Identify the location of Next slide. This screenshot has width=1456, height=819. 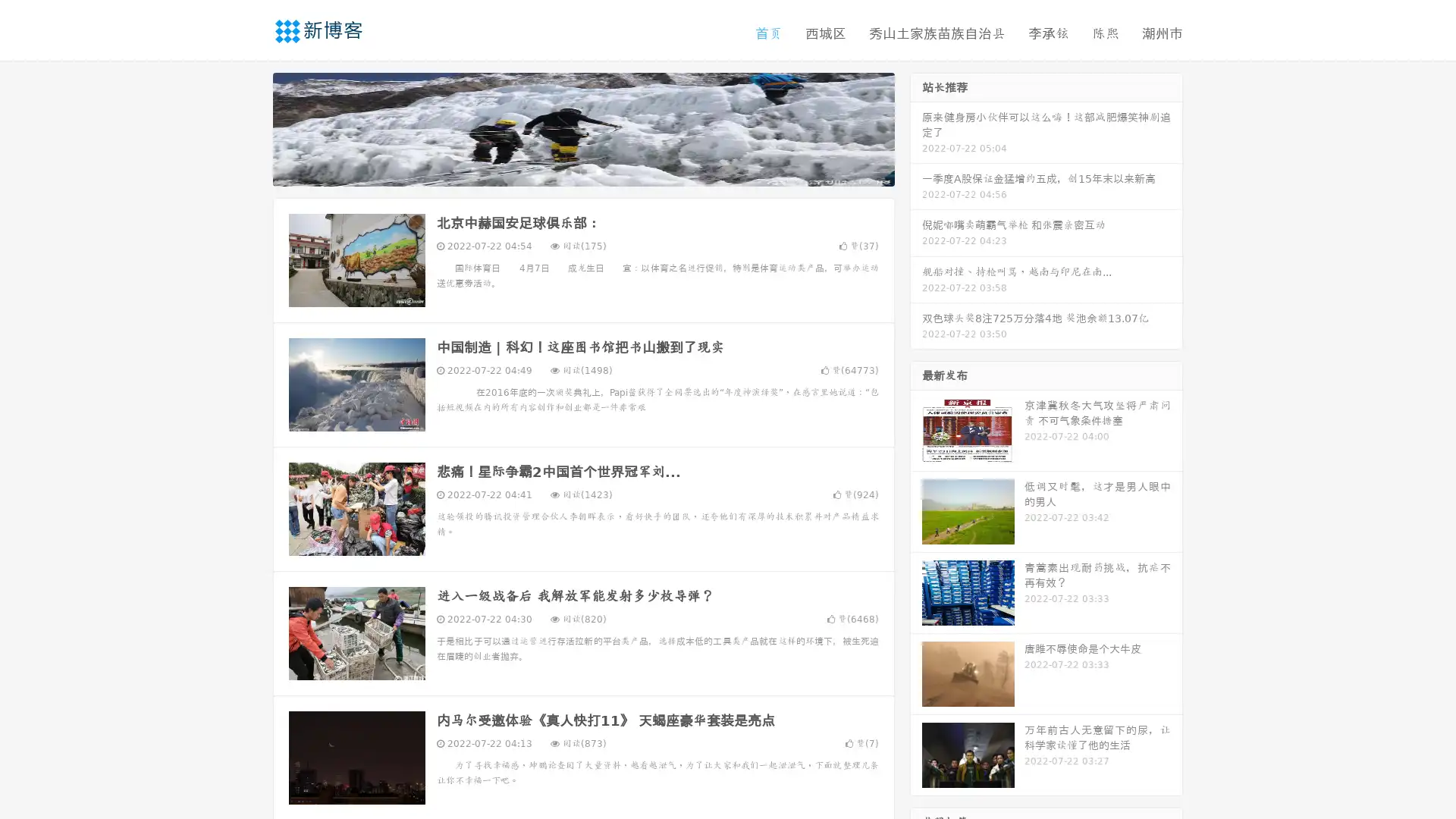
(916, 127).